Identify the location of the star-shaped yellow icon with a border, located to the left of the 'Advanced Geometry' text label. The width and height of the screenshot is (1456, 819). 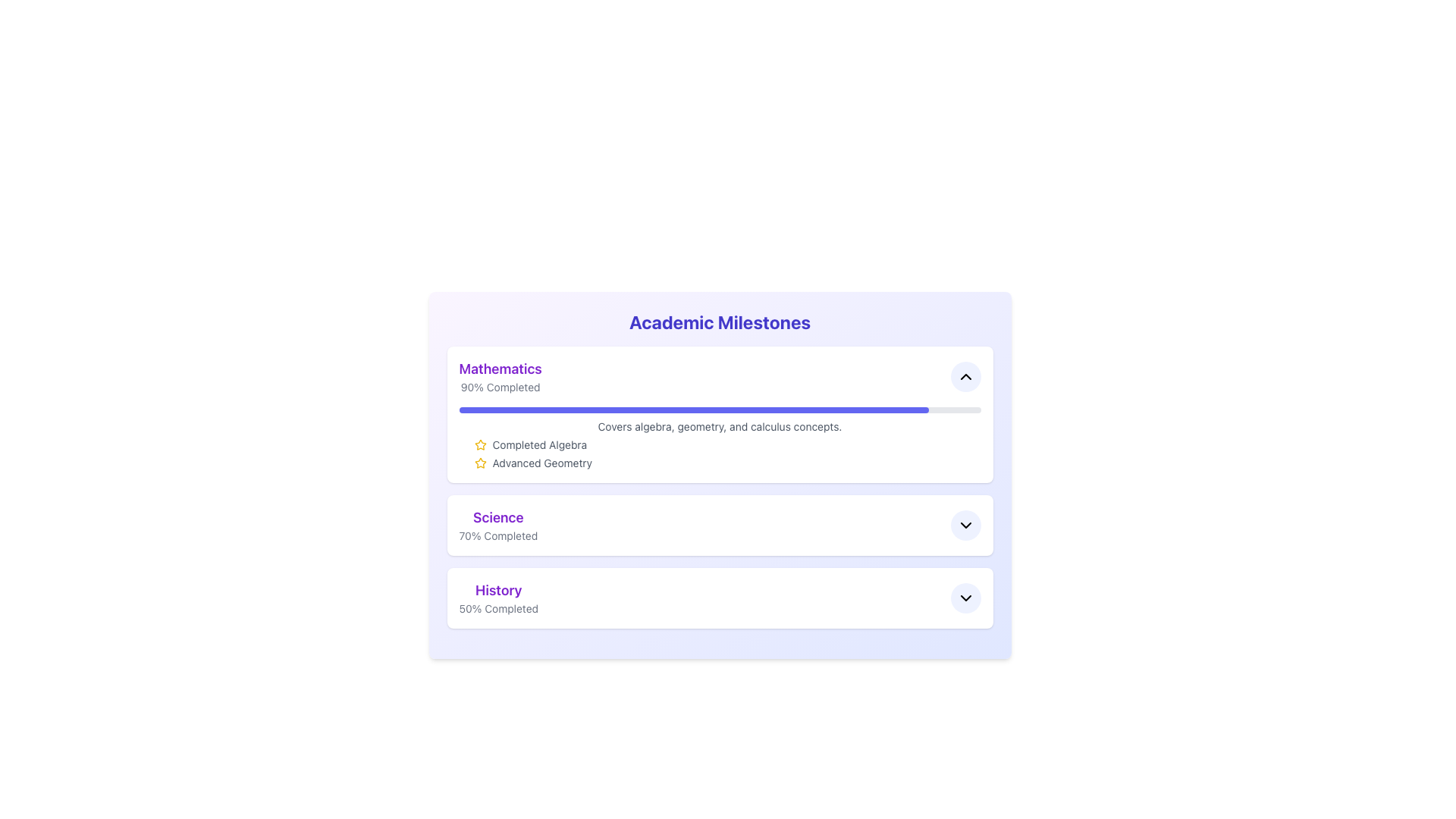
(479, 462).